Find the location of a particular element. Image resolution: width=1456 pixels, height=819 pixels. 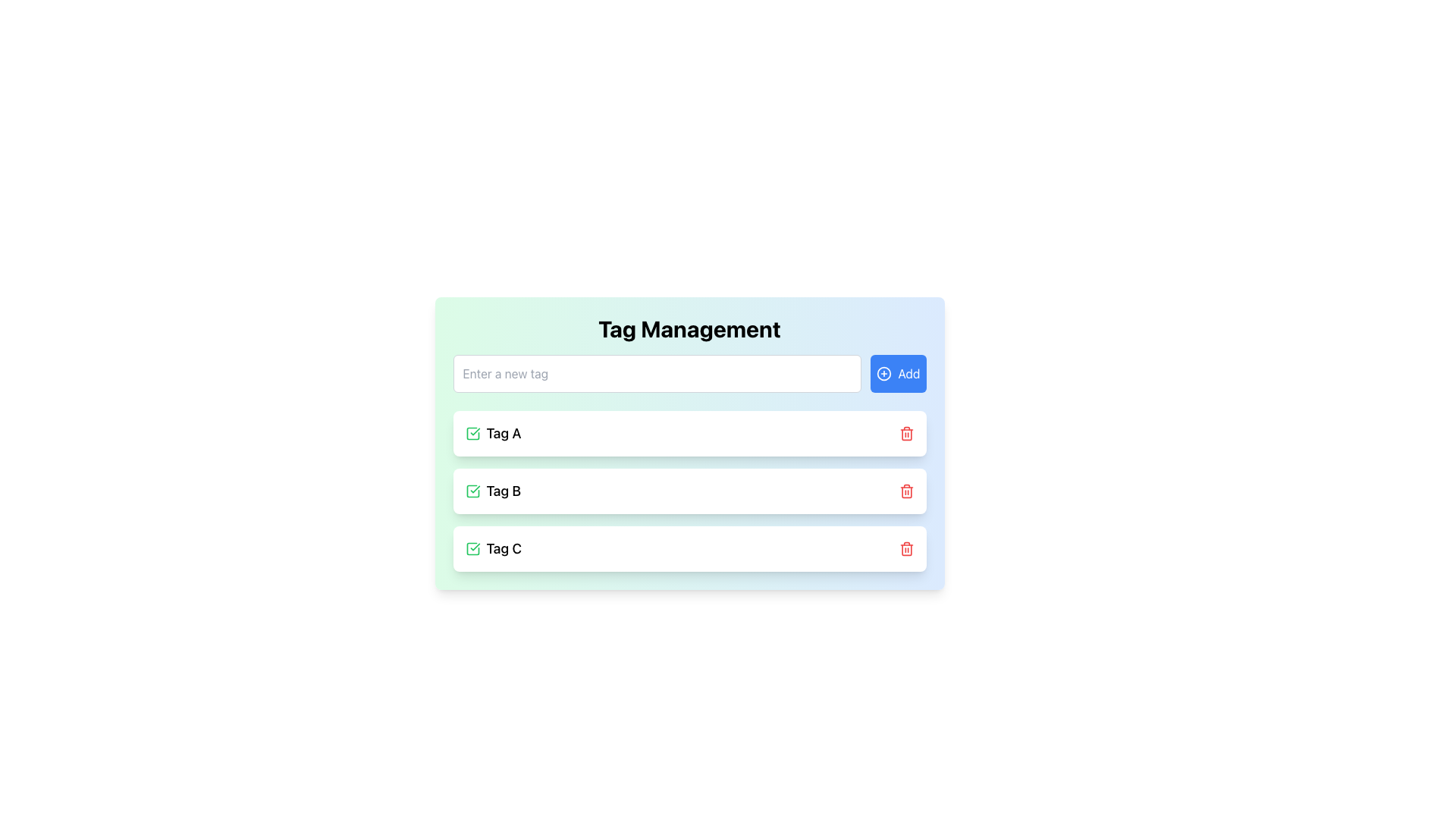

the text label displaying 'Tag C', which is styled in bold and medium size, located in the bottom row of the 'Tag Management' list, next to a green checkmark icon is located at coordinates (504, 549).